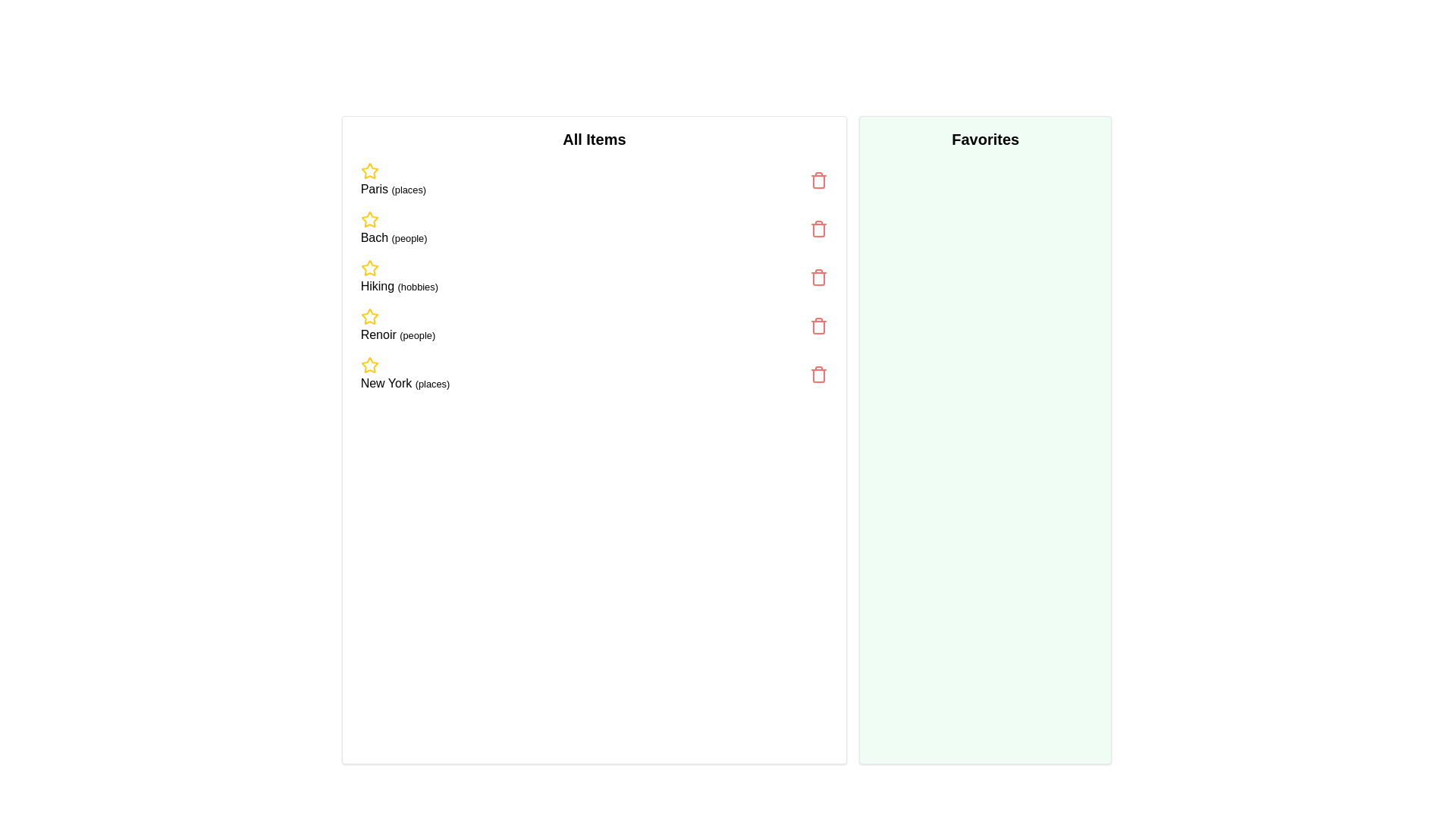  What do you see at coordinates (818, 278) in the screenshot?
I see `the trash icon next to the item labeled 'Hiking (hobbies)' to remove it from the list` at bounding box center [818, 278].